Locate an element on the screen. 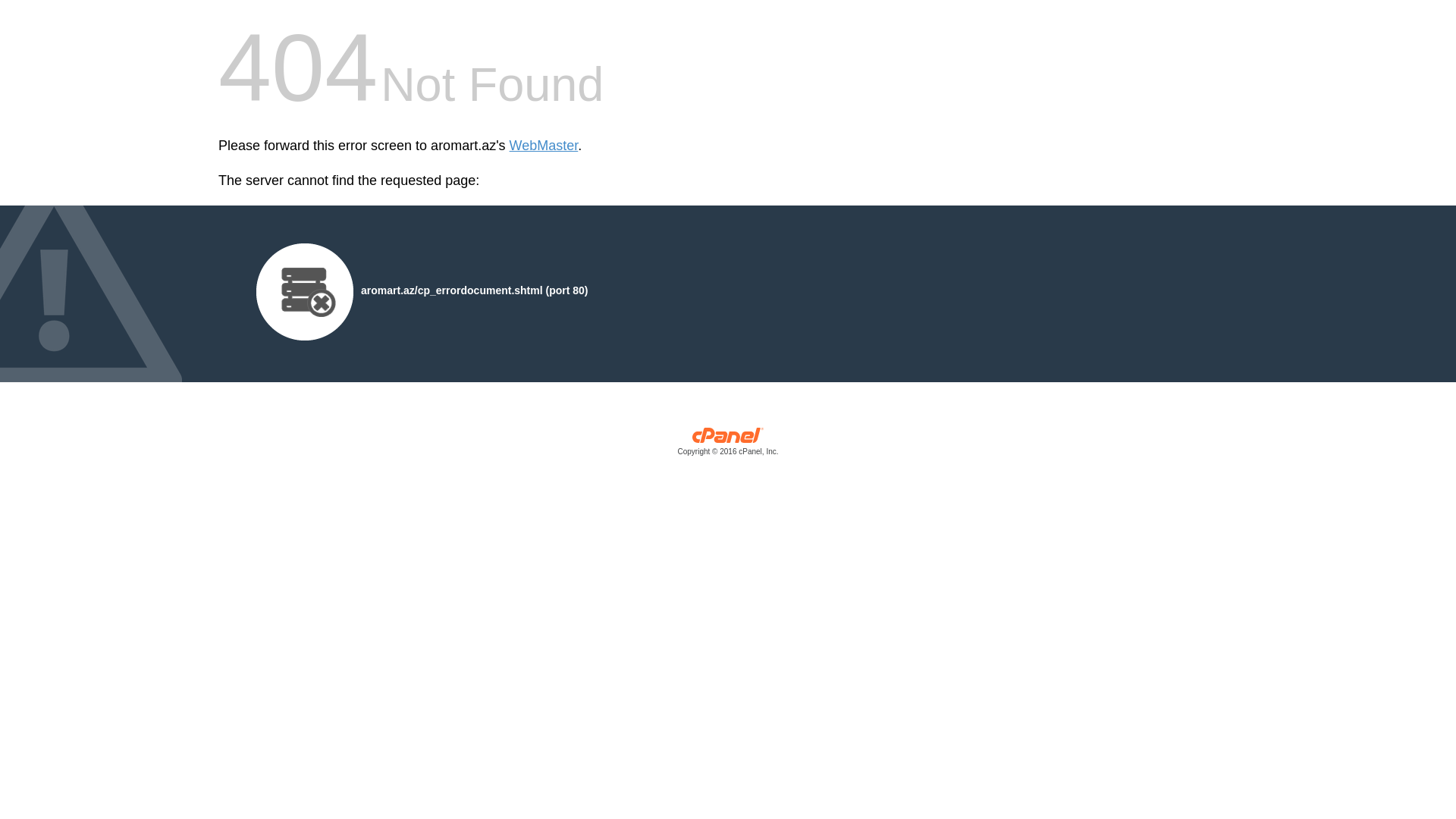  'WebMaster' is located at coordinates (510, 146).